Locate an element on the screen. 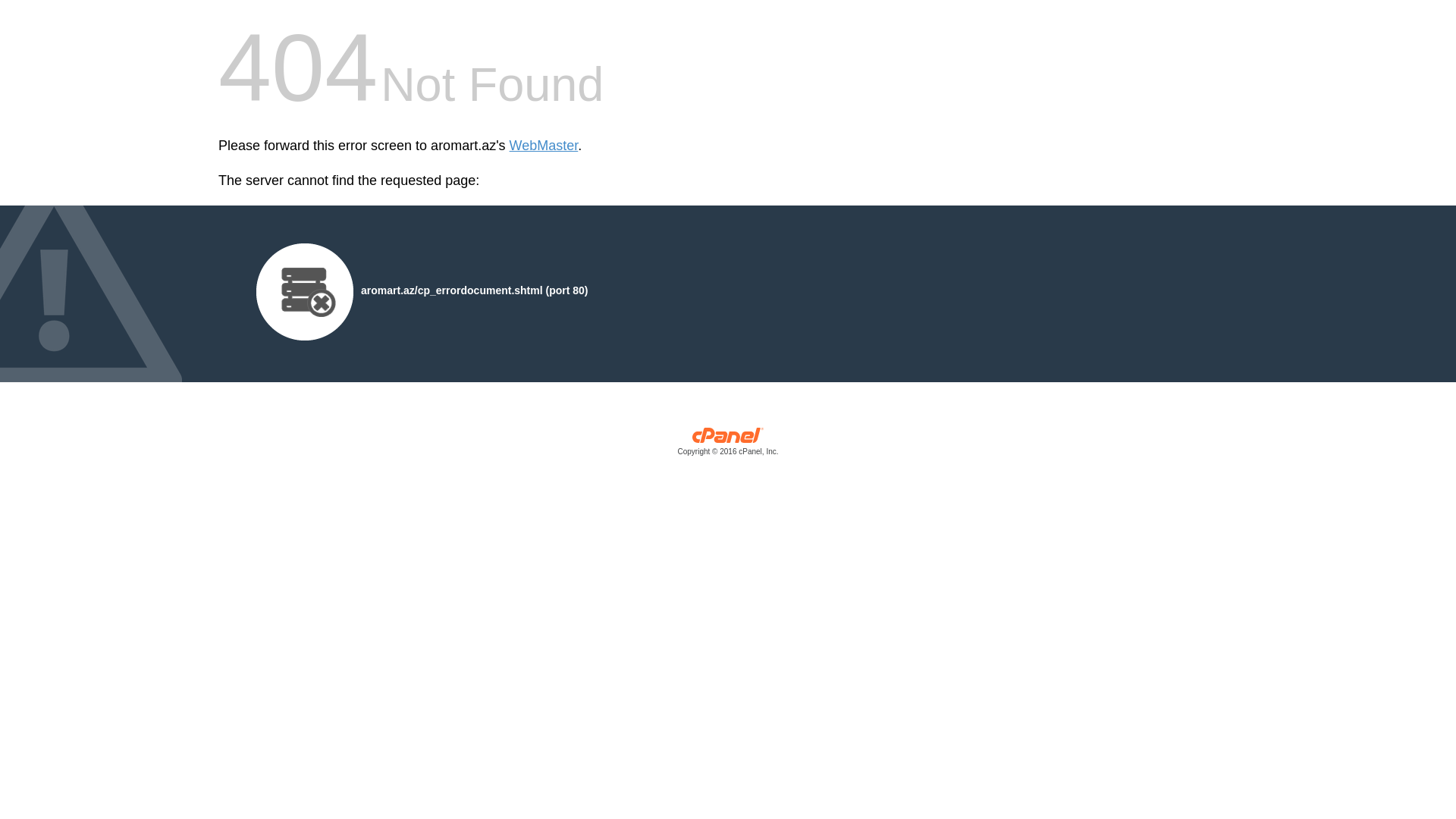  'WebMaster' is located at coordinates (510, 146).